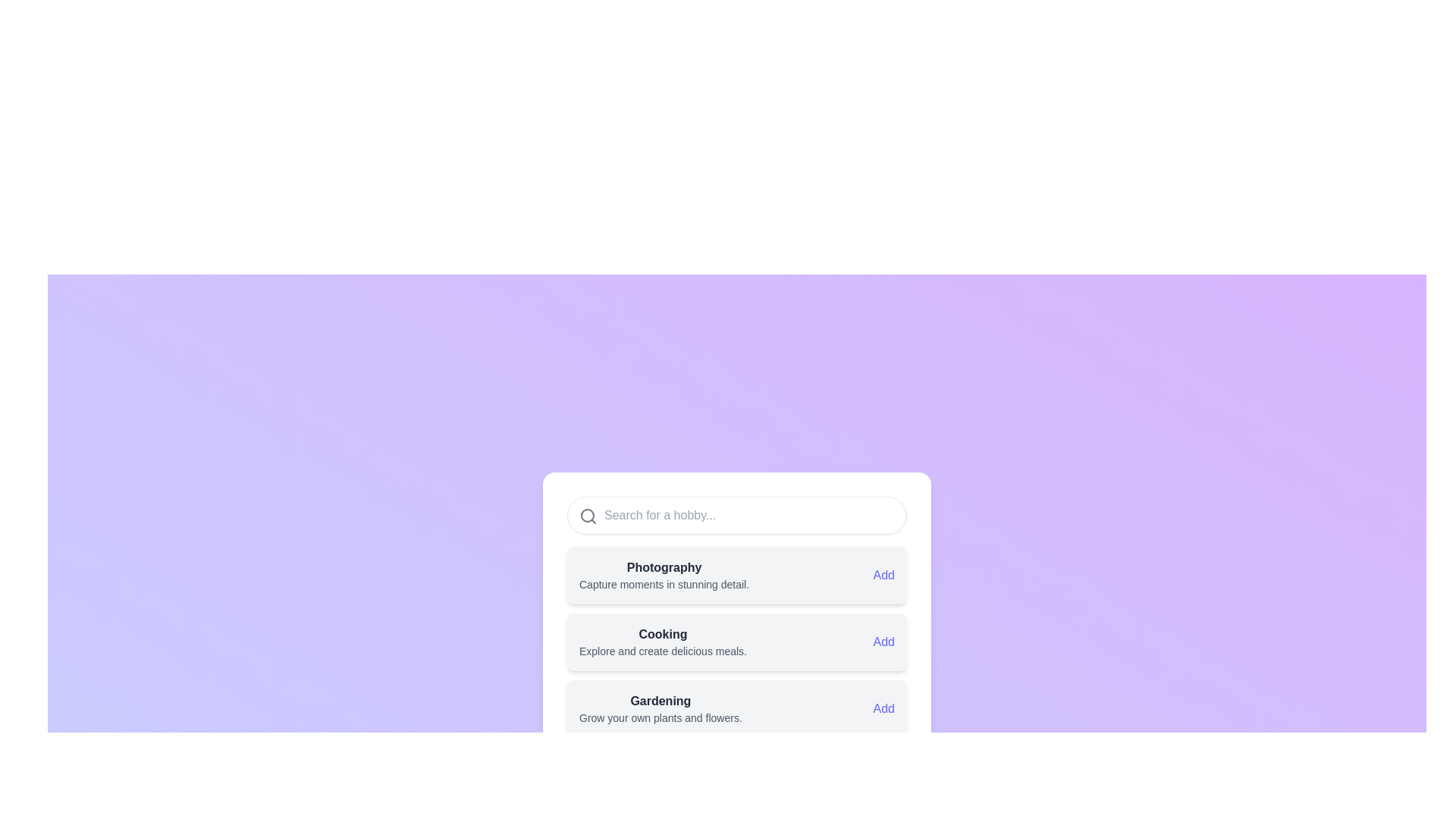  What do you see at coordinates (664, 567) in the screenshot?
I see `the bold, dark gray title text labeled 'Photography' that is positioned at the top of its respective section within the first card of a vertical list of options` at bounding box center [664, 567].